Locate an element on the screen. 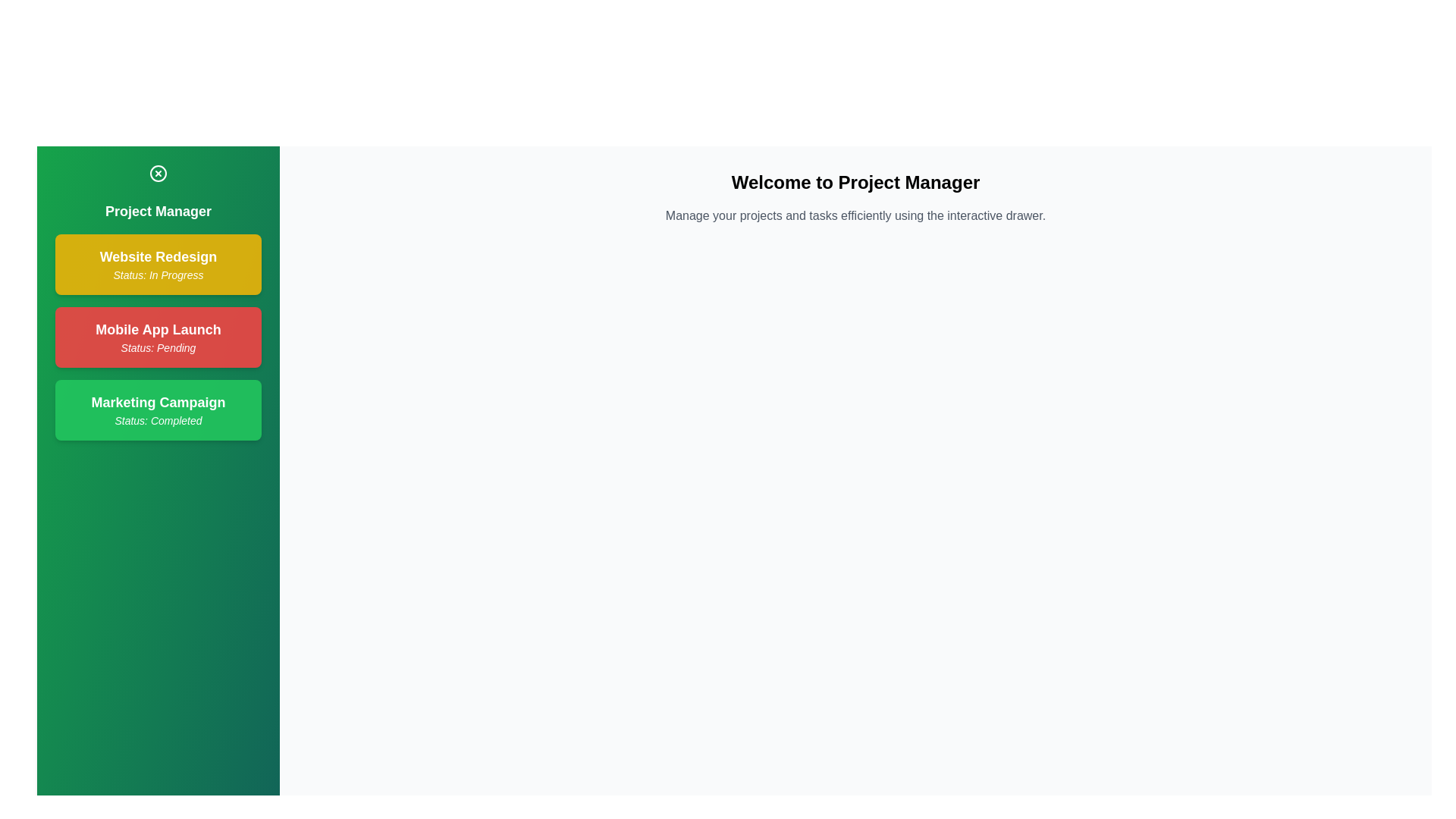 The image size is (1456, 819). the project item labeled 'Website Redesign' is located at coordinates (158, 263).